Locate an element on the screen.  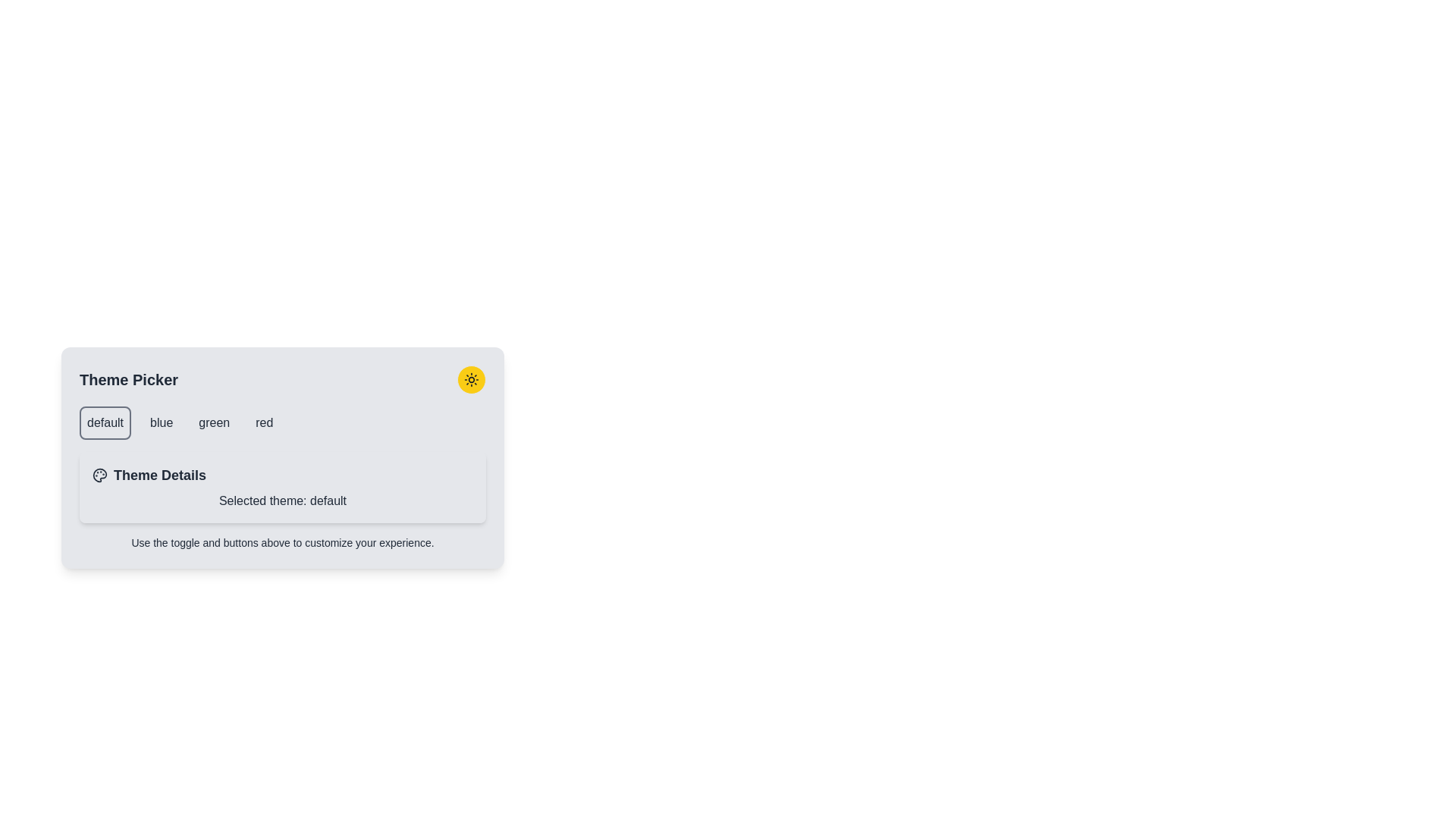
the button in the 'Theme Picker' group is located at coordinates (283, 423).